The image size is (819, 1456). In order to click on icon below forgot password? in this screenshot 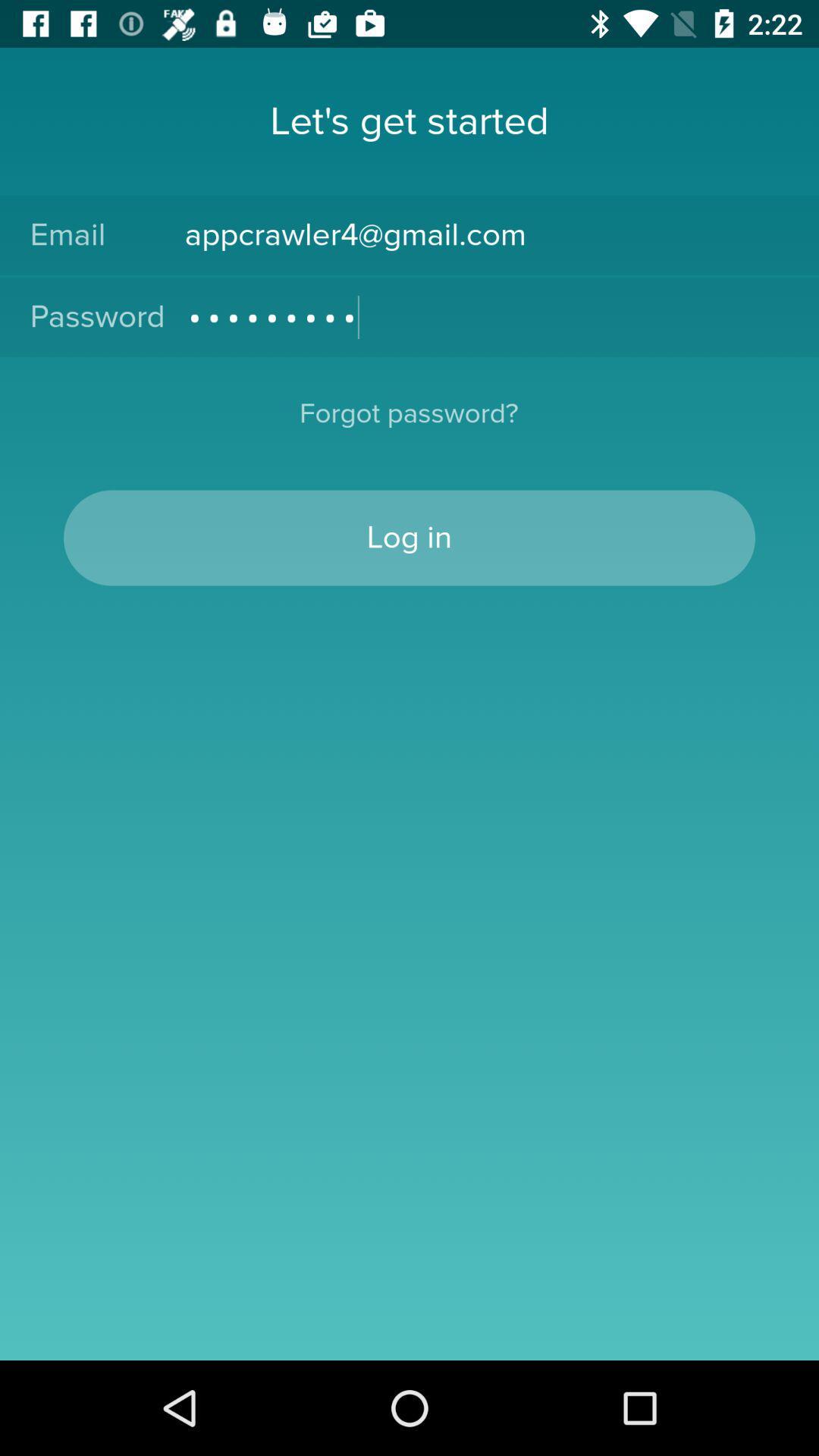, I will do `click(409, 538)`.